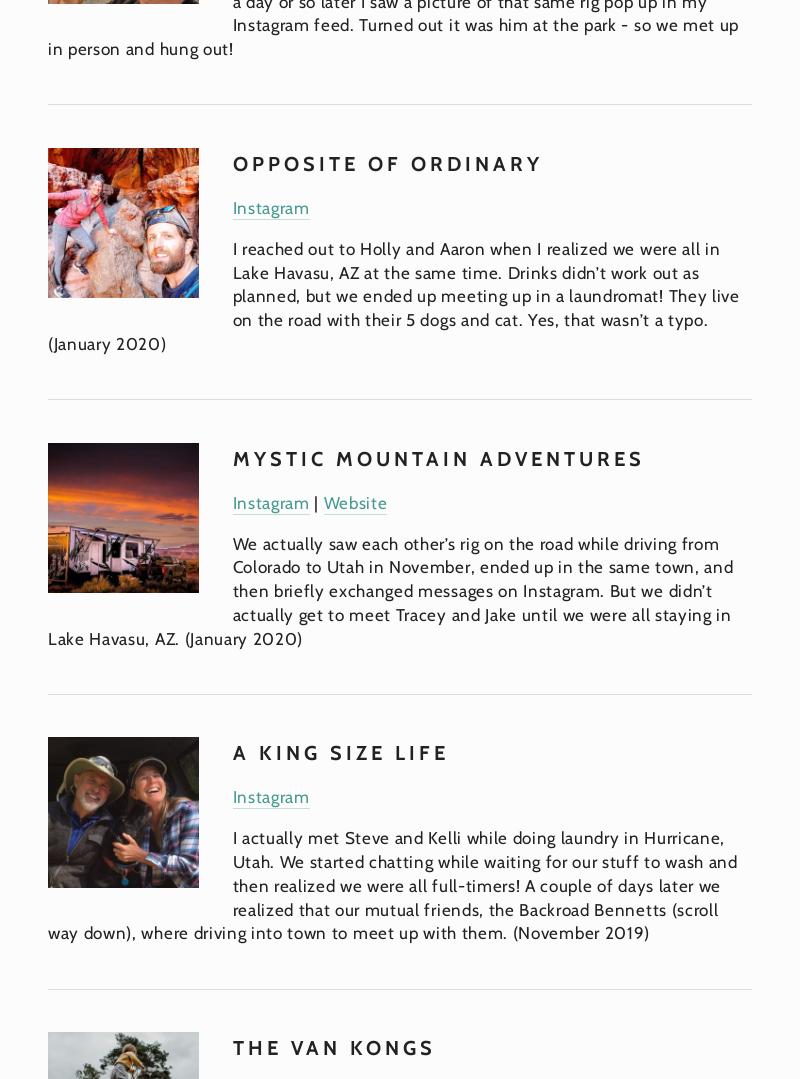  I want to click on 'I reached out to Holly and Aaron when I realized we were all in Lake Havasu, AZ at the same time. Drinks didn’t work out as planned, but we ended up meeting up in a laundromat! They live on the road with their 5 dogs and cat. Yes, that wasn’t a typo. (January 2020)', so click(47, 294).